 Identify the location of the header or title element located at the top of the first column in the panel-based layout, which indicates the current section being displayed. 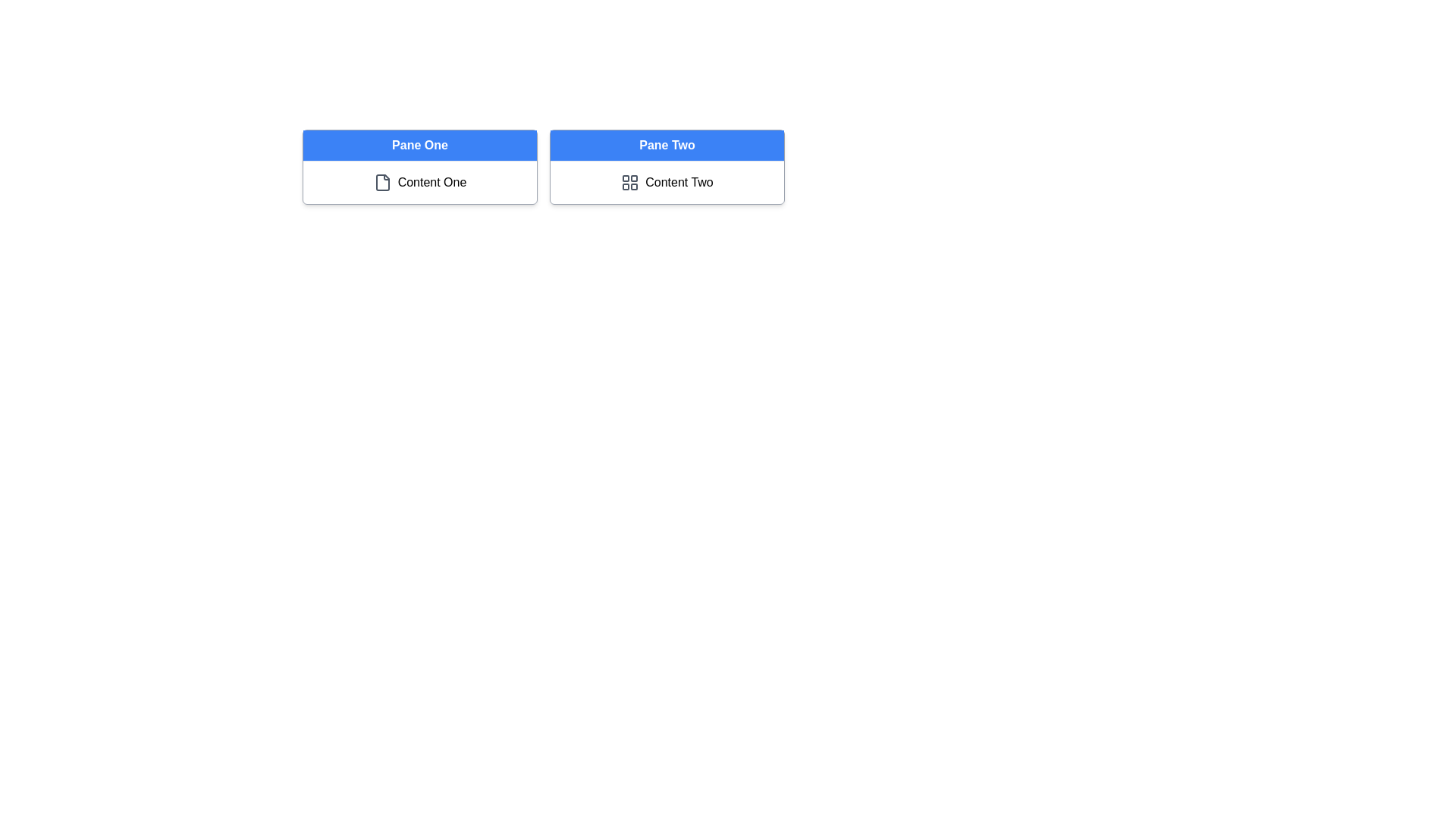
(419, 146).